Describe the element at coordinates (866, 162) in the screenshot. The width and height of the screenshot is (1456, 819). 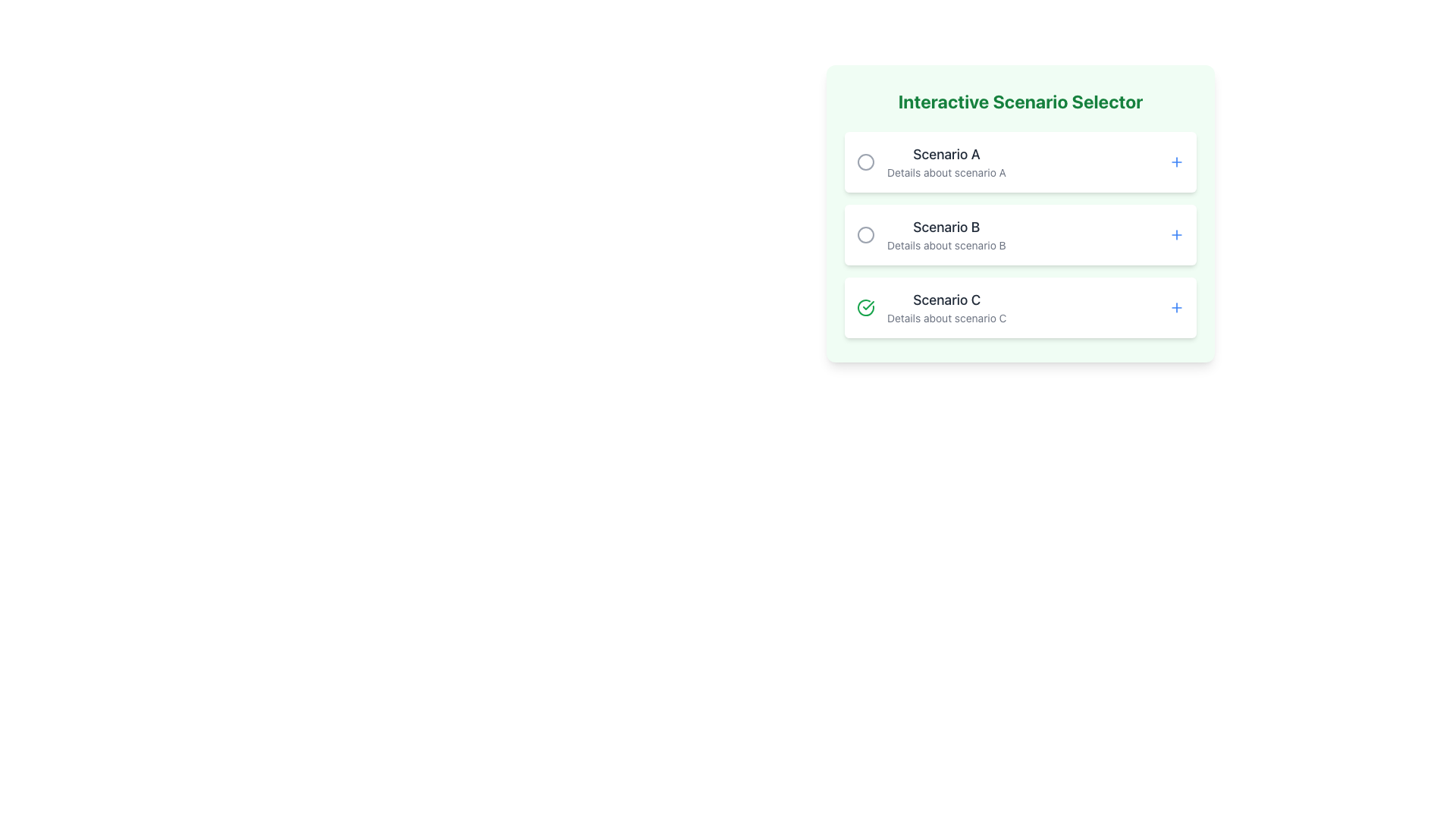
I see `the leftmost interactive circular indicator icon preceding the text 'Scenario A'` at that location.